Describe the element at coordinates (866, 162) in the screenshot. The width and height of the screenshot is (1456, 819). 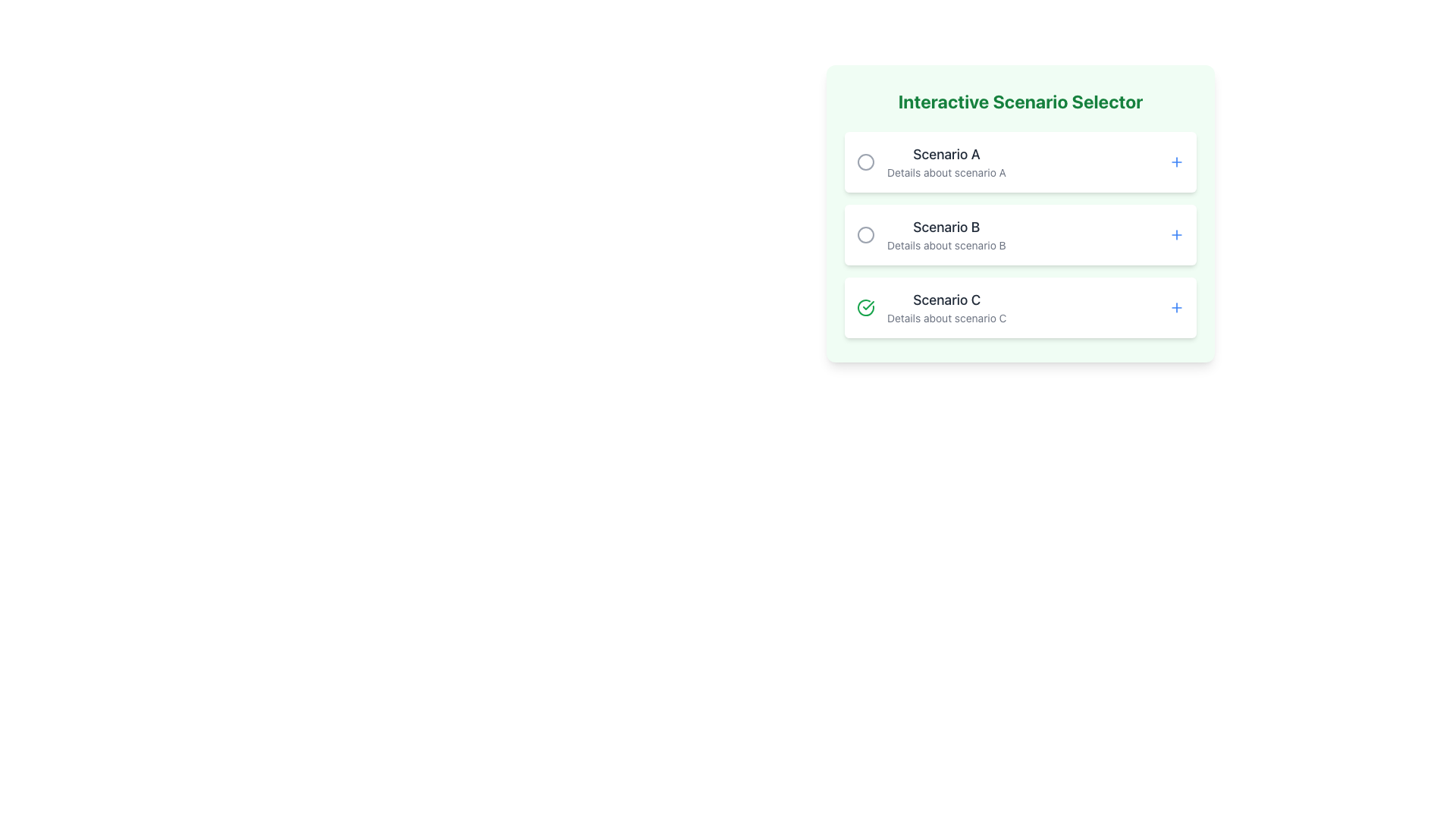
I see `the leftmost interactive circular indicator icon preceding the text 'Scenario A'` at that location.